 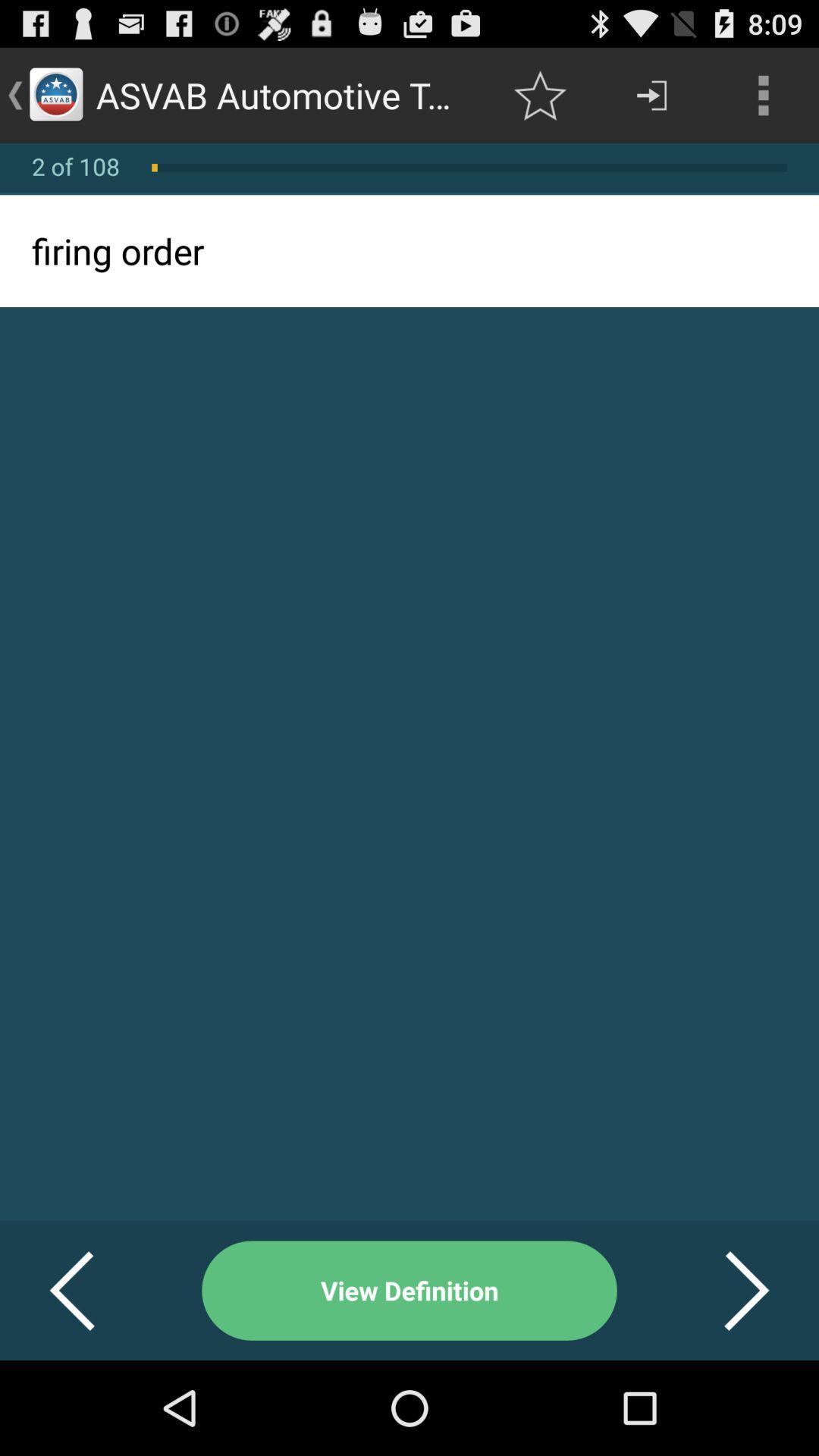 What do you see at coordinates (409, 1290) in the screenshot?
I see `view definition` at bounding box center [409, 1290].